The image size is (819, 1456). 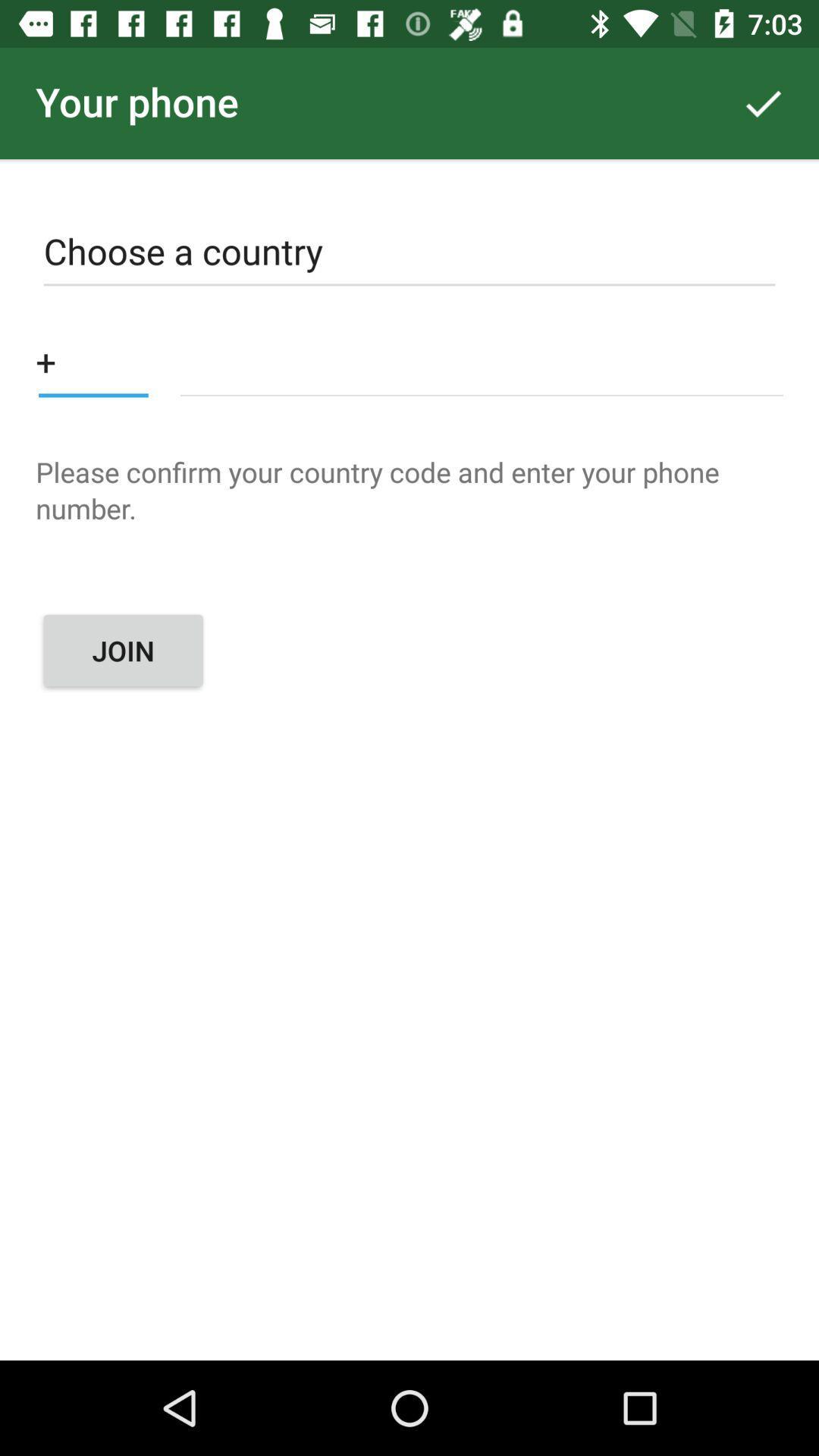 I want to click on the item below please confirm your icon, so click(x=122, y=651).